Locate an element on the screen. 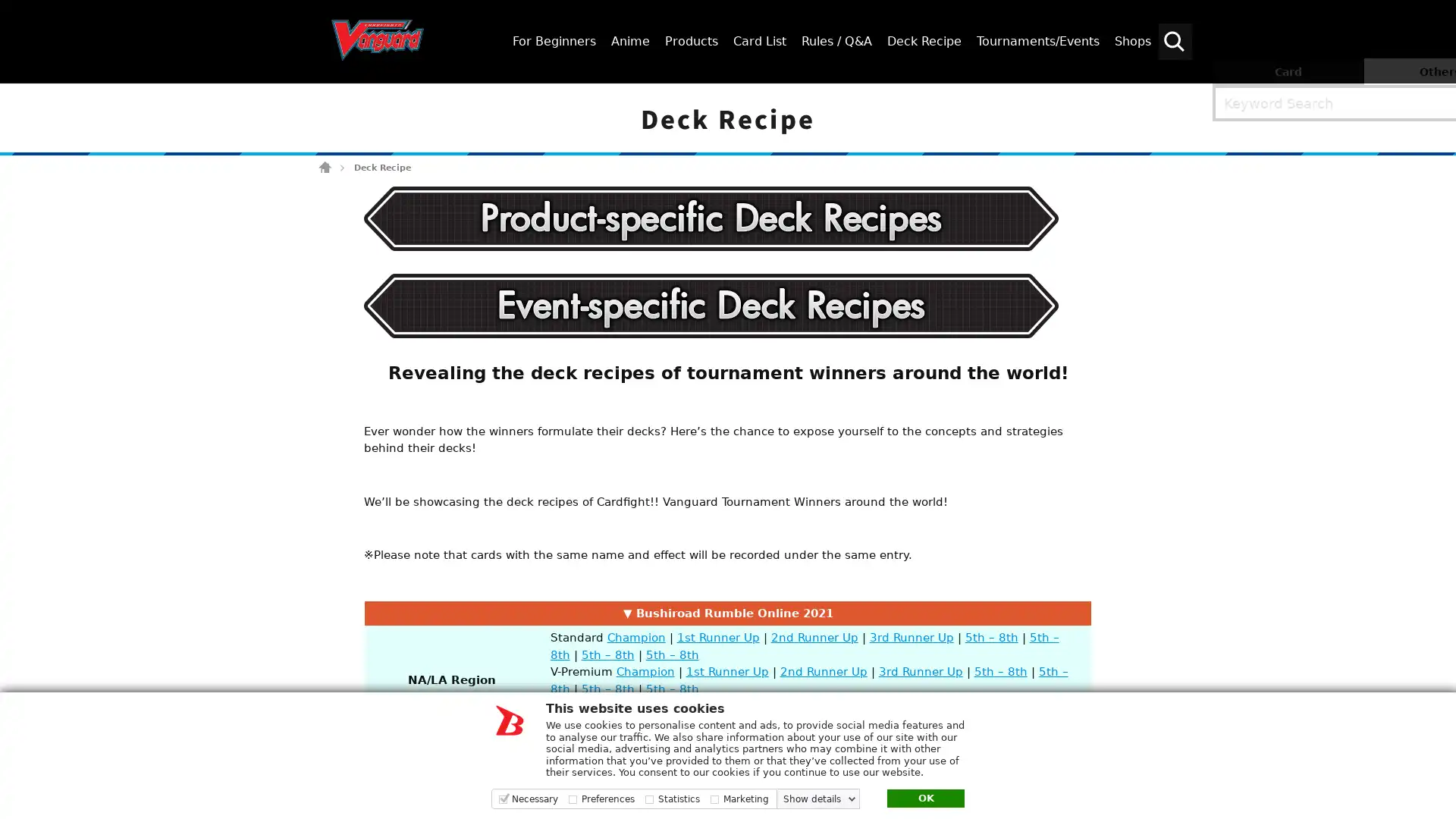 This screenshot has width=1456, height=819. Search is located at coordinates (1437, 96).